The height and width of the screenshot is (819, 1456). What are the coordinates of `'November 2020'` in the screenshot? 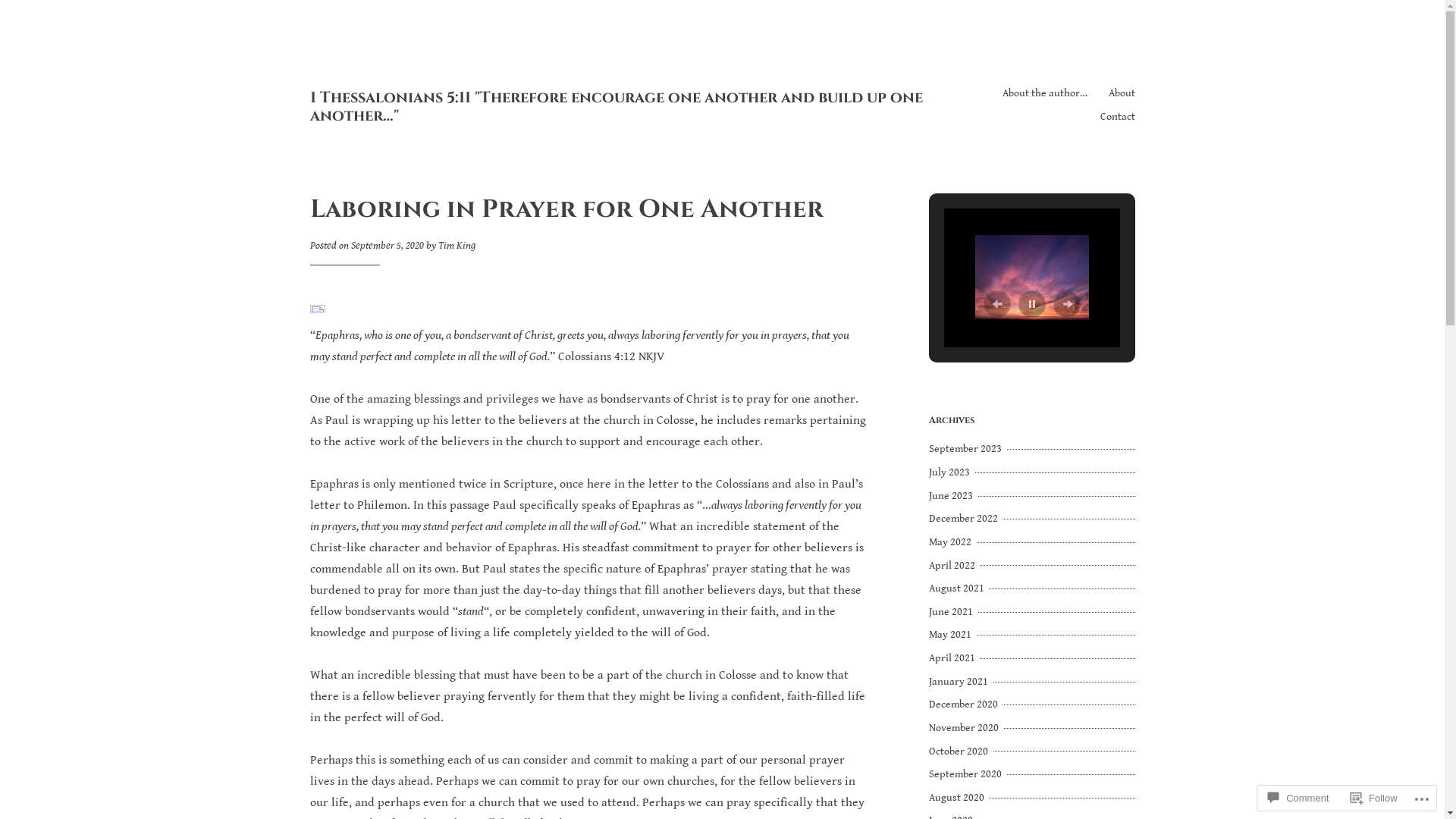 It's located at (964, 727).